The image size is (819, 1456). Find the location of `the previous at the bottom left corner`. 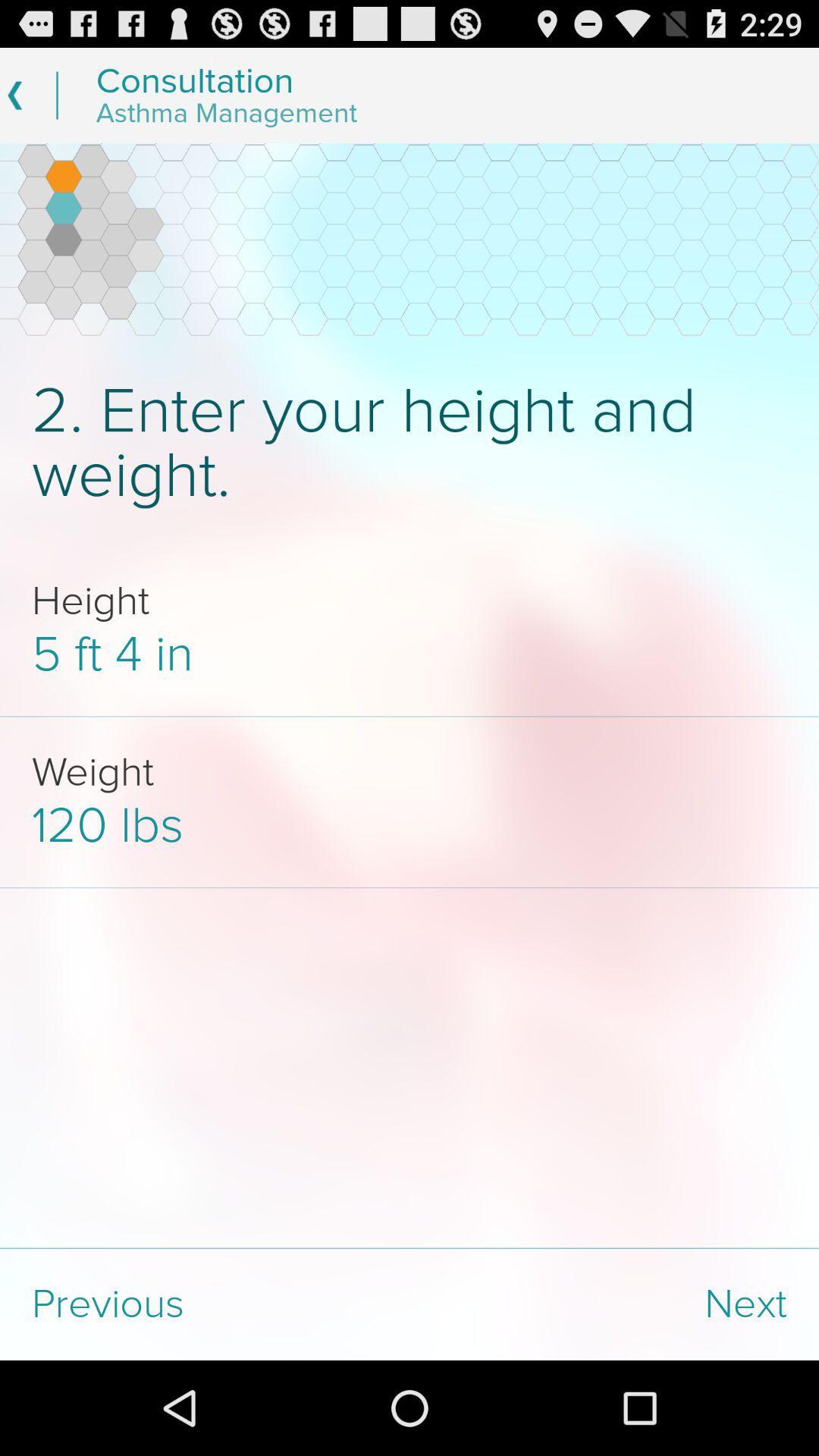

the previous at the bottom left corner is located at coordinates (205, 1304).